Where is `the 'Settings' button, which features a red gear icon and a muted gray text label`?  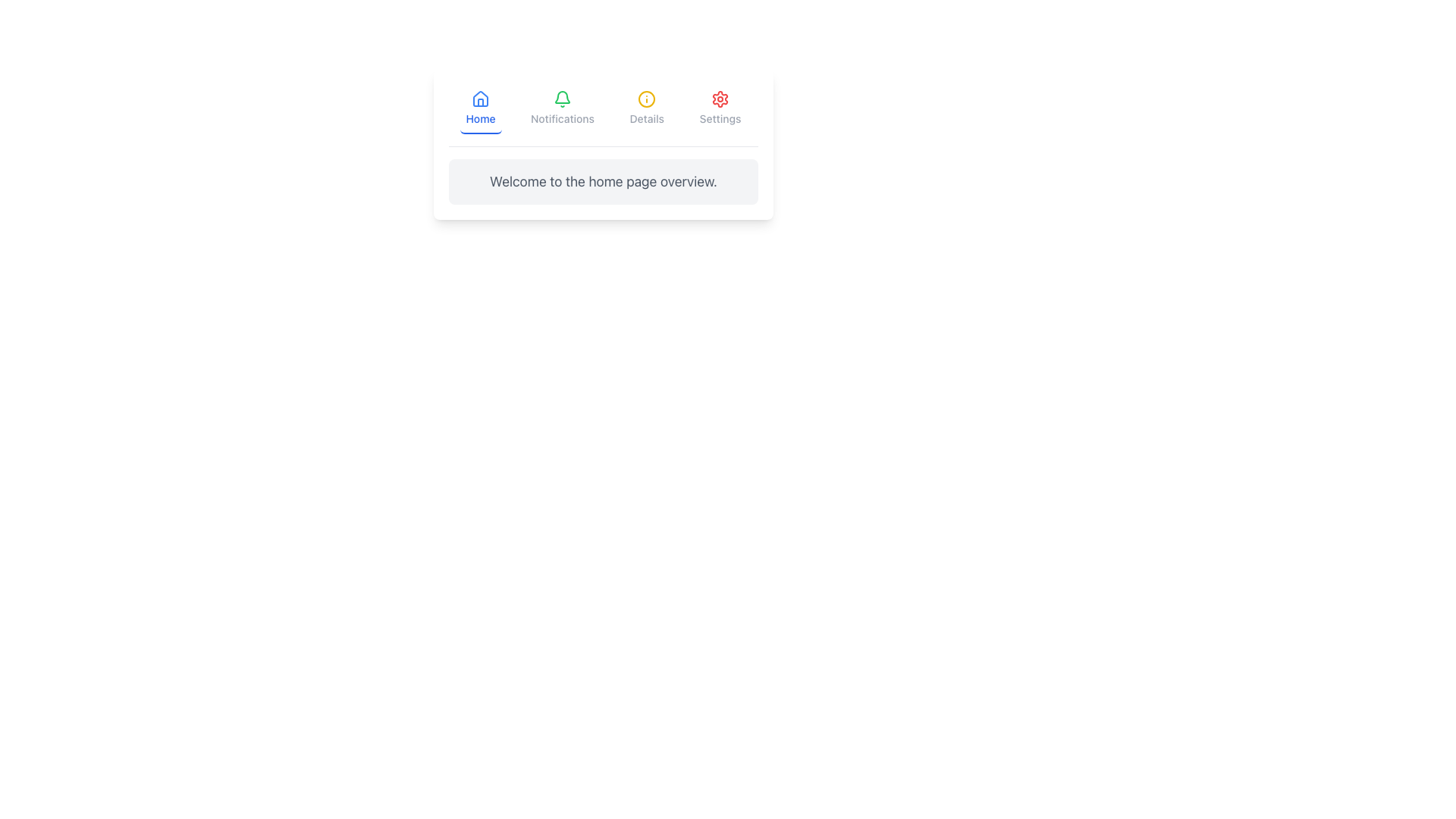 the 'Settings' button, which features a red gear icon and a muted gray text label is located at coordinates (720, 108).